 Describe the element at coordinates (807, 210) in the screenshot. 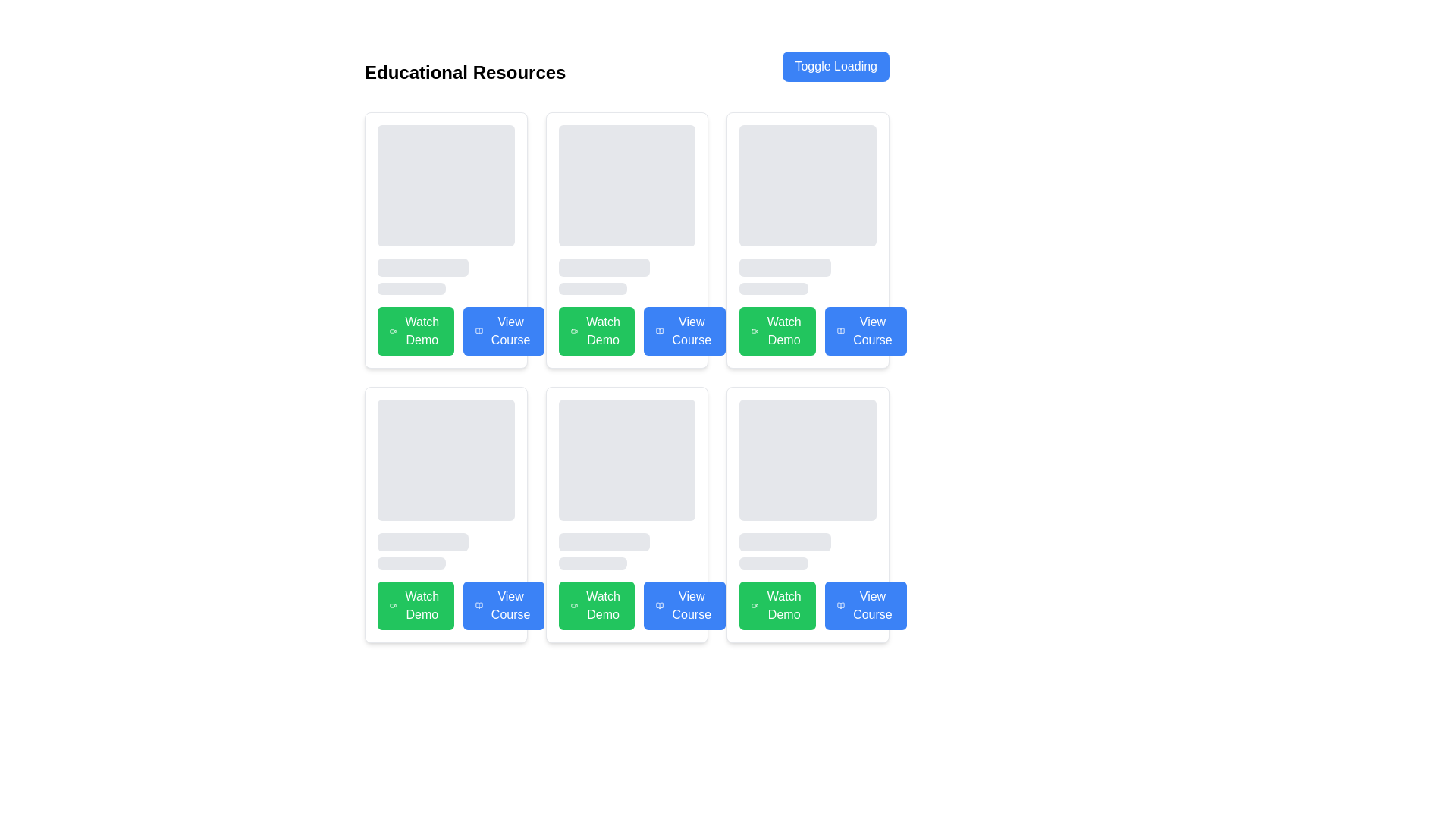

I see `the visual placeholder located in the third card from the left in the first row of a grid layout, which indicates where dynamic content will appear` at that location.